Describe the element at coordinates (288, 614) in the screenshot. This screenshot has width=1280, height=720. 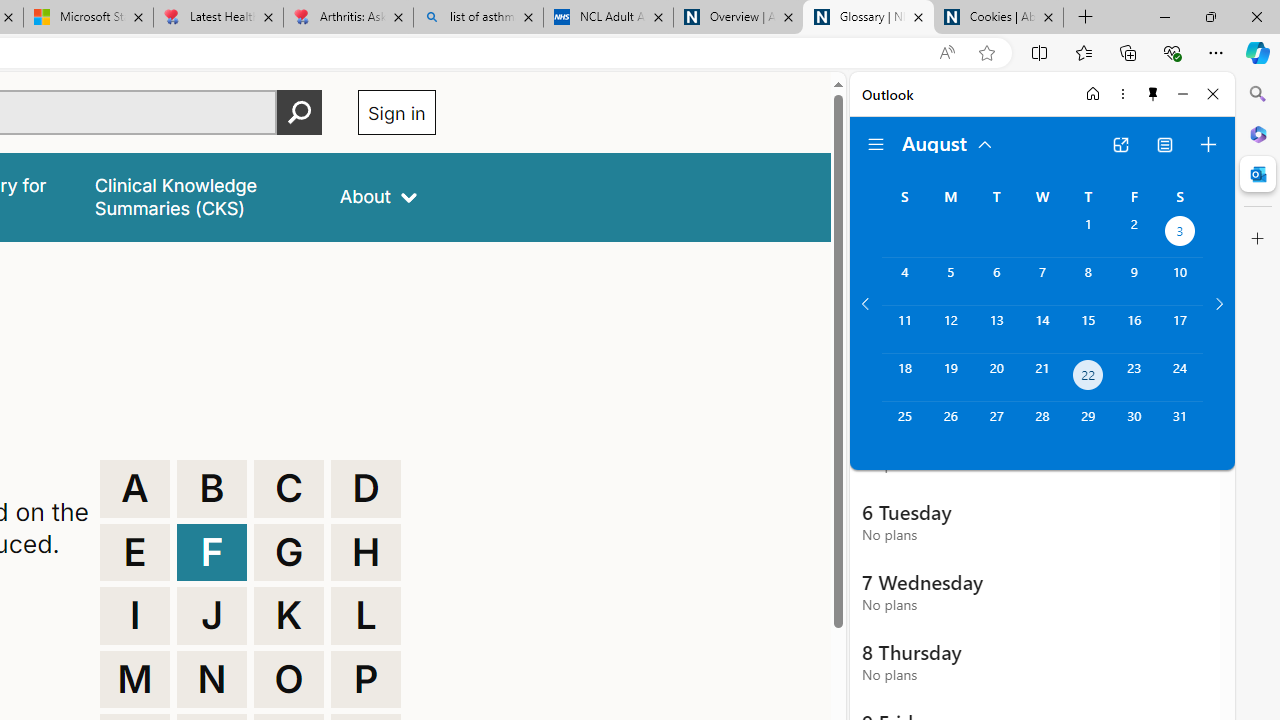
I see `'K'` at that location.